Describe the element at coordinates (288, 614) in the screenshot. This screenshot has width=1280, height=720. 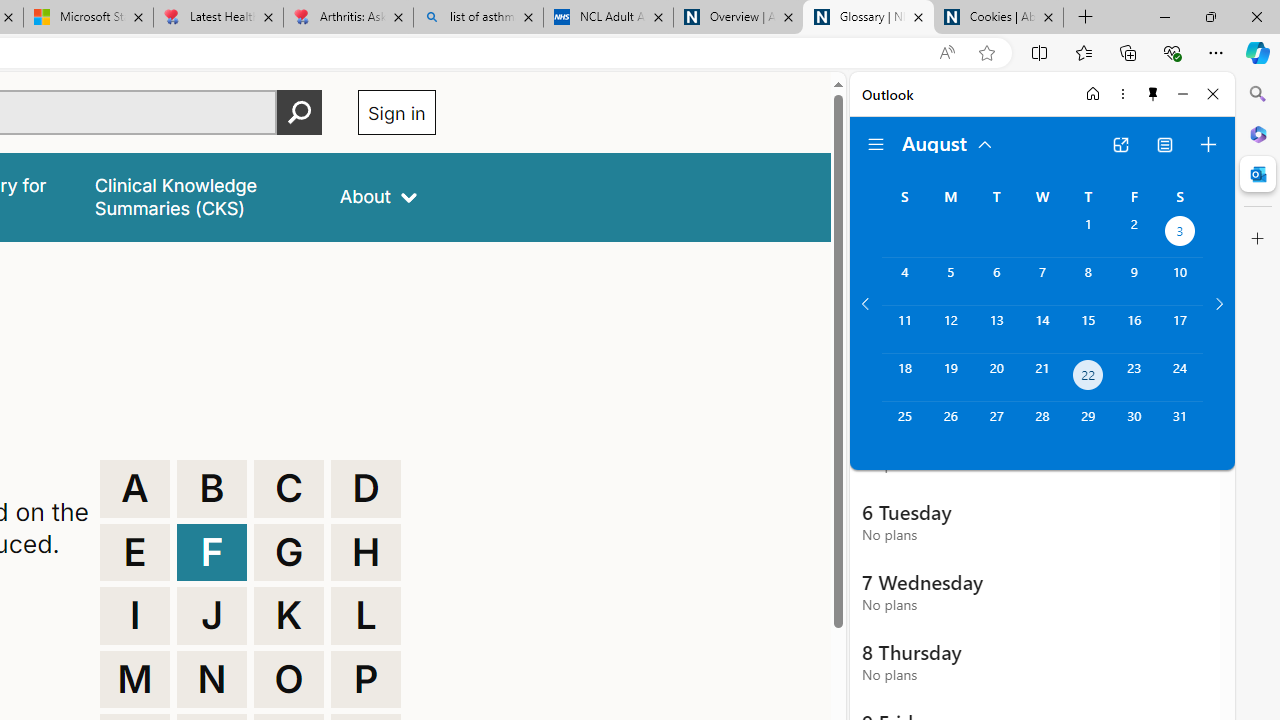
I see `'K'` at that location.